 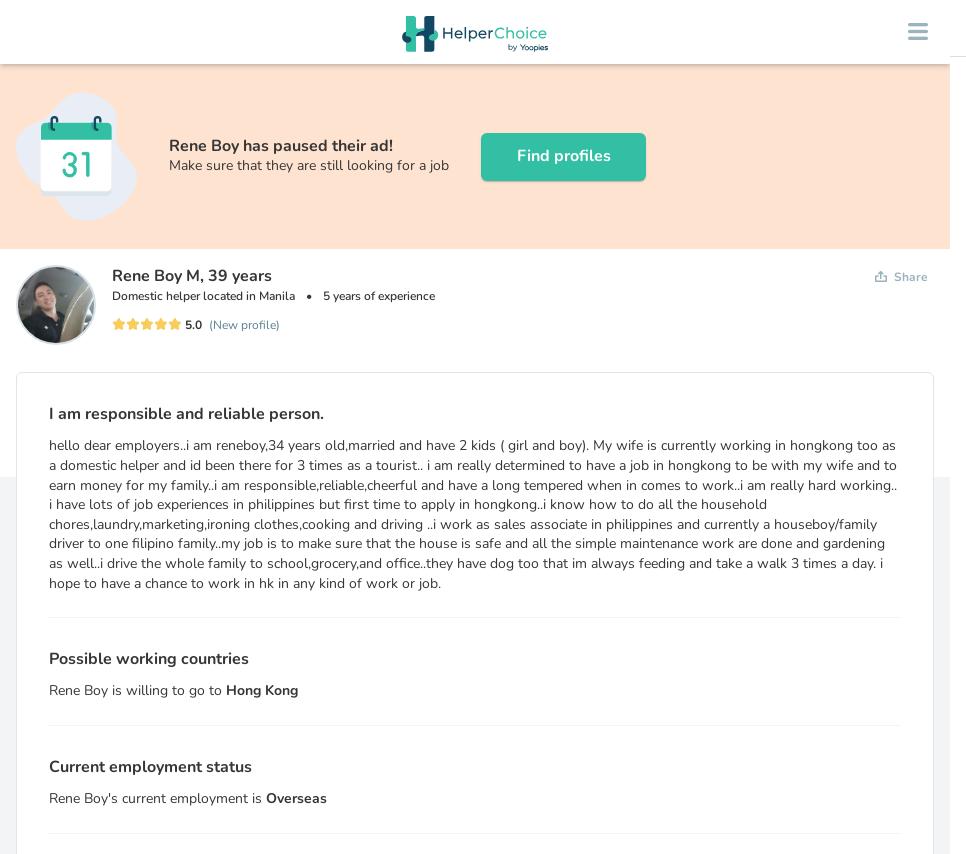 What do you see at coordinates (137, 689) in the screenshot?
I see `'Rene Boy is willing to go to'` at bounding box center [137, 689].